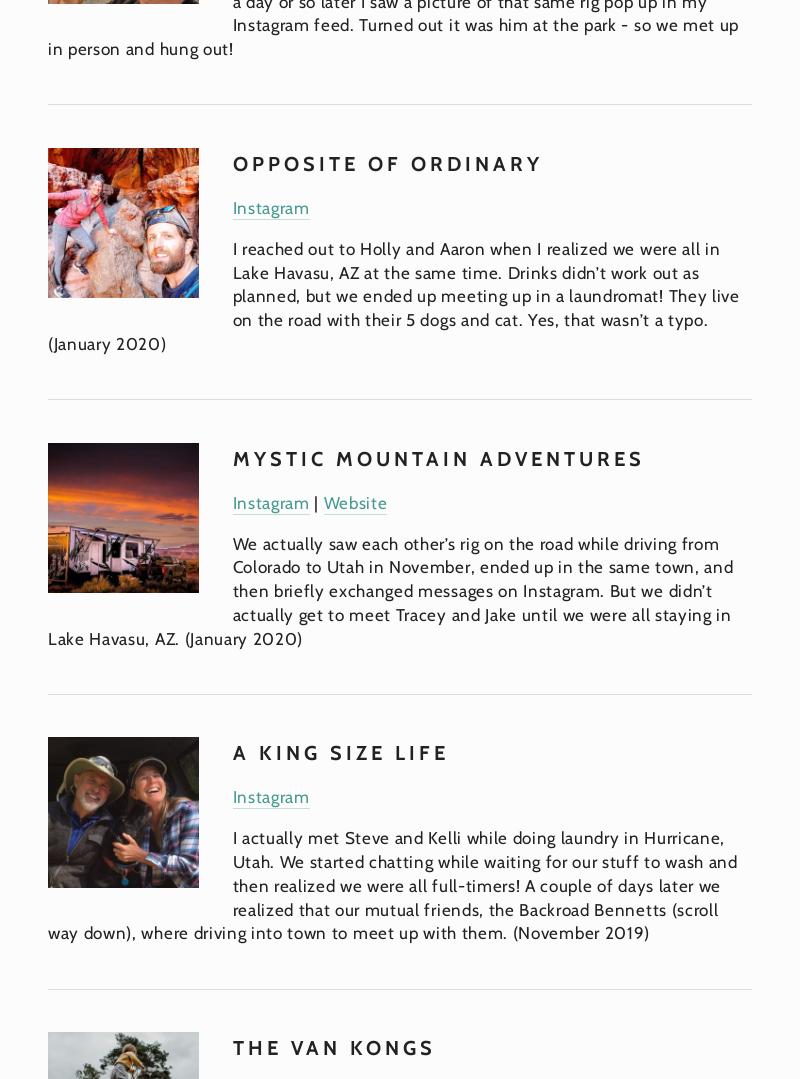 The width and height of the screenshot is (800, 1079). Describe the element at coordinates (332, 1047) in the screenshot. I see `'The Van Kongs'` at that location.